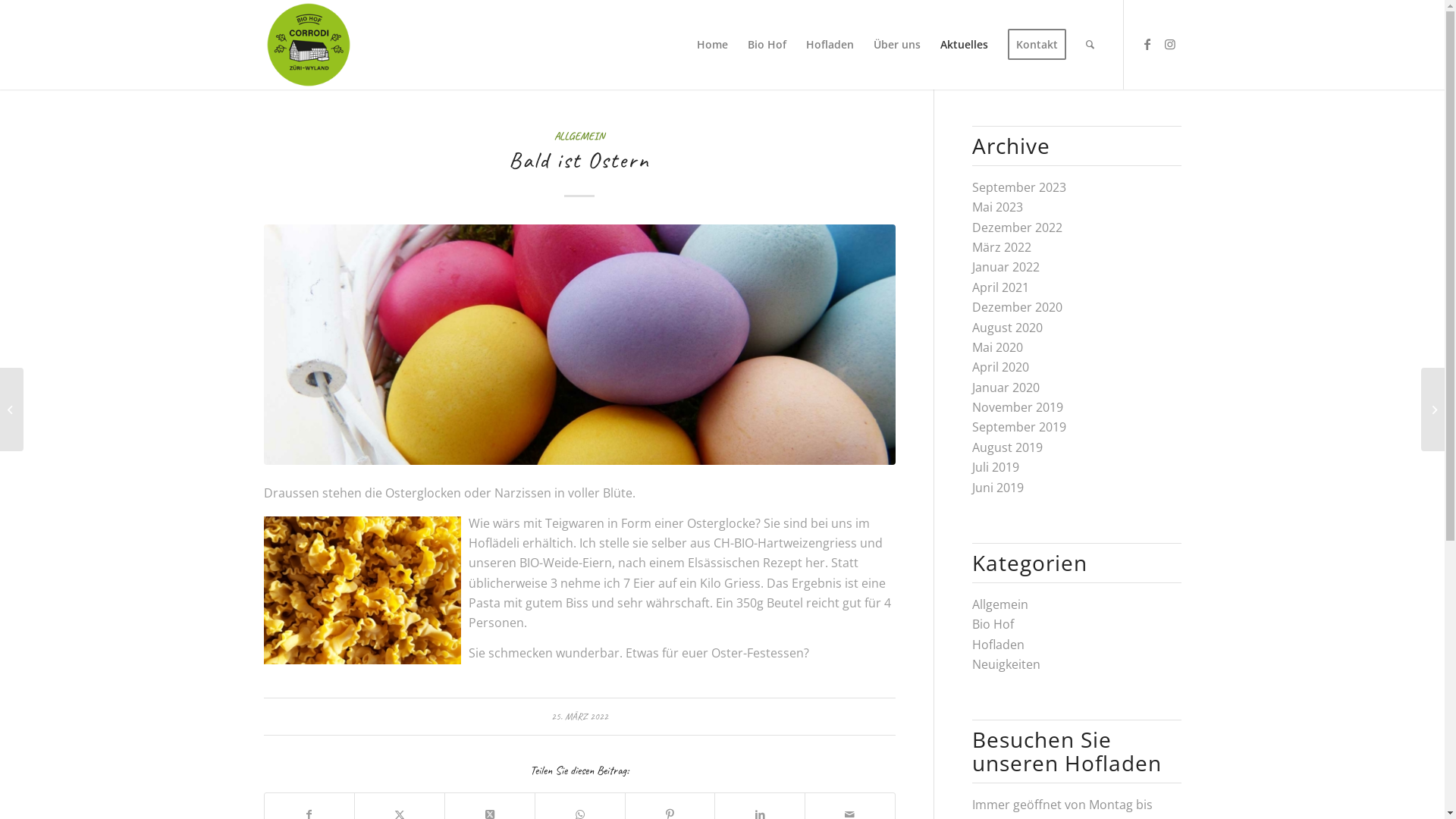  Describe the element at coordinates (1017, 227) in the screenshot. I see `'Dezember 2022'` at that location.